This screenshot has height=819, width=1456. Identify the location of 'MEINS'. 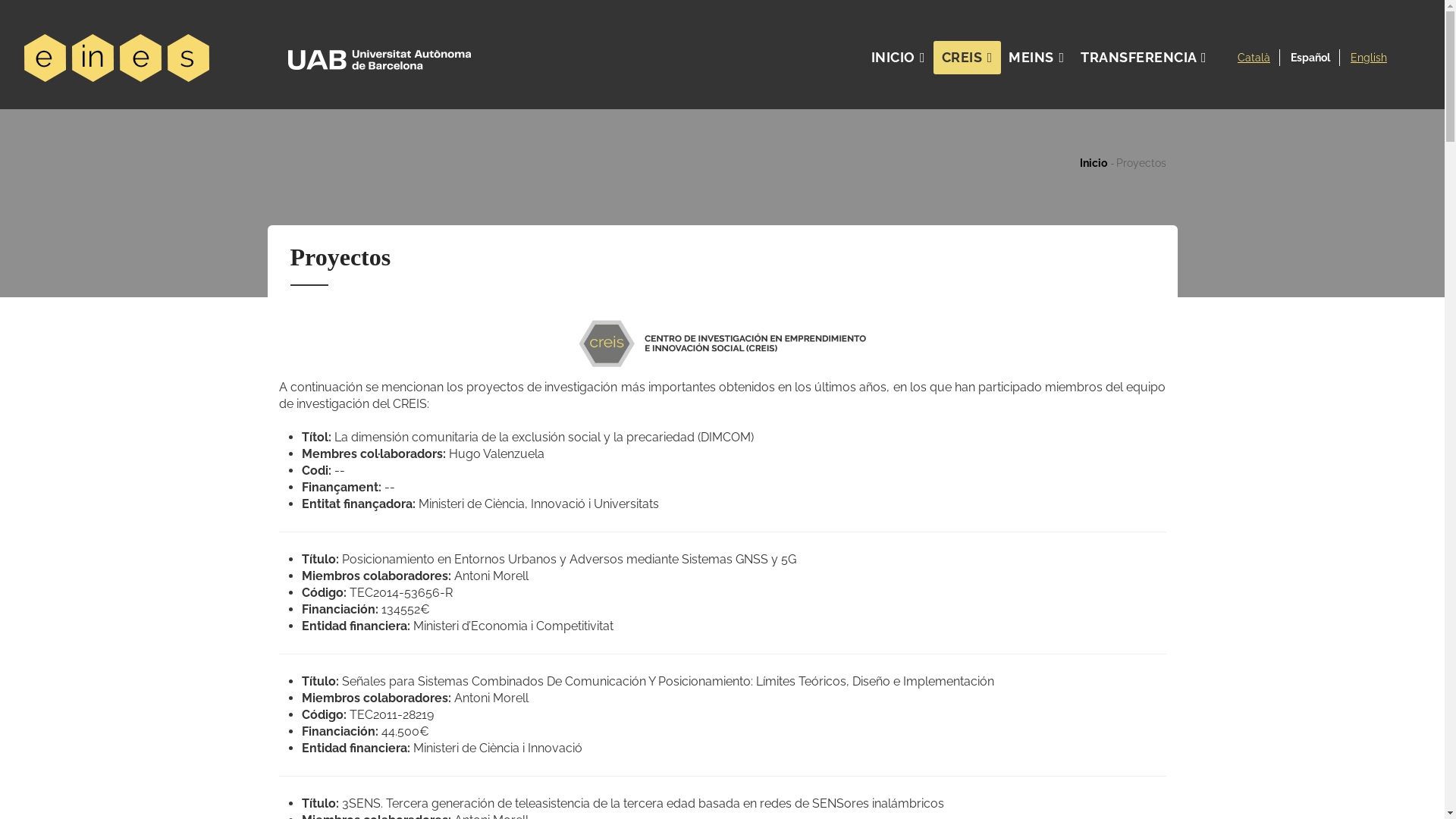
(1001, 57).